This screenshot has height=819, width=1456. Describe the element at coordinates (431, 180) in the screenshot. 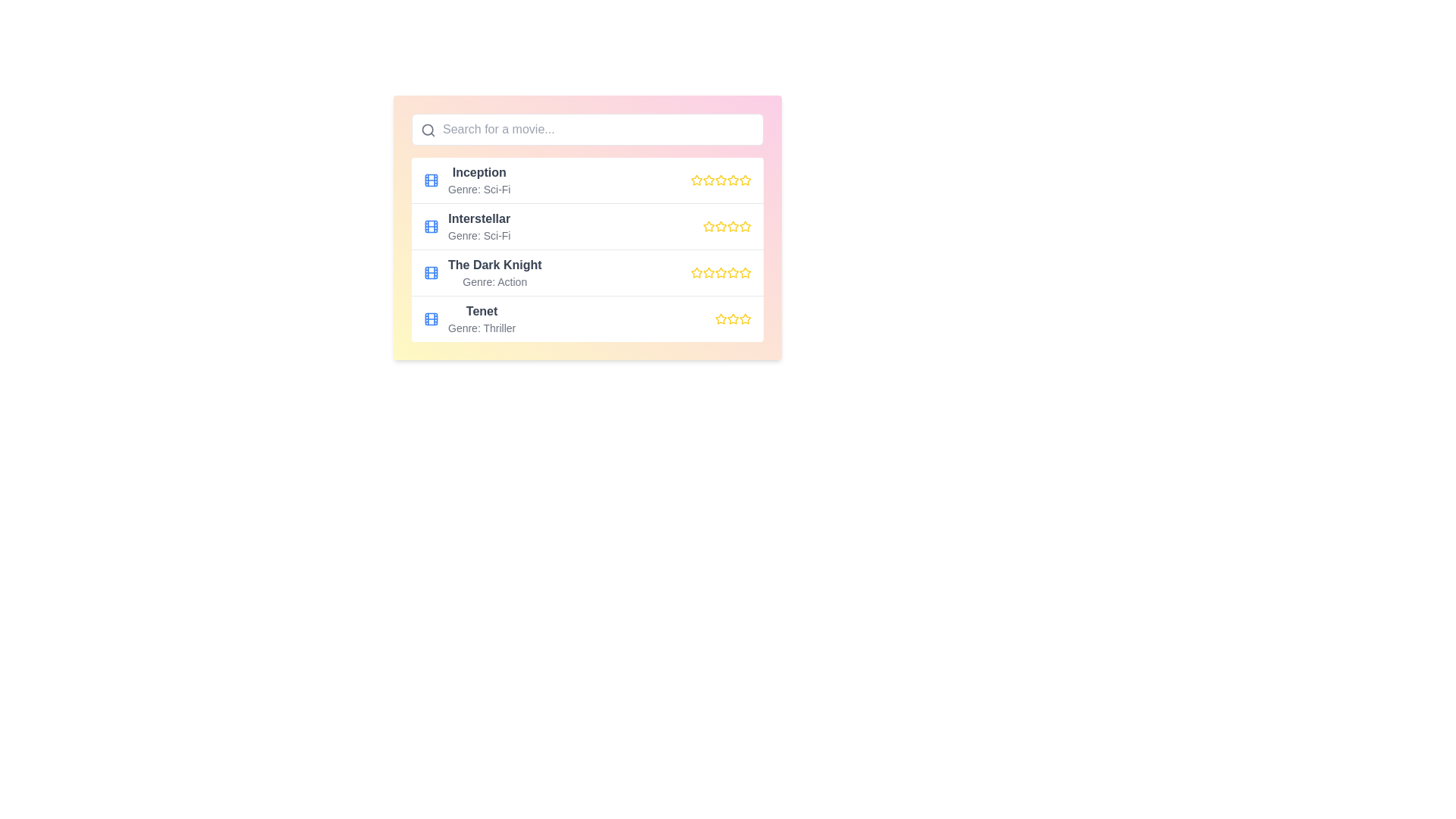

I see `the topmost blue rectangle of the film reel icon located beside the 'Inception' movie title to focus or select the associated movie` at that location.